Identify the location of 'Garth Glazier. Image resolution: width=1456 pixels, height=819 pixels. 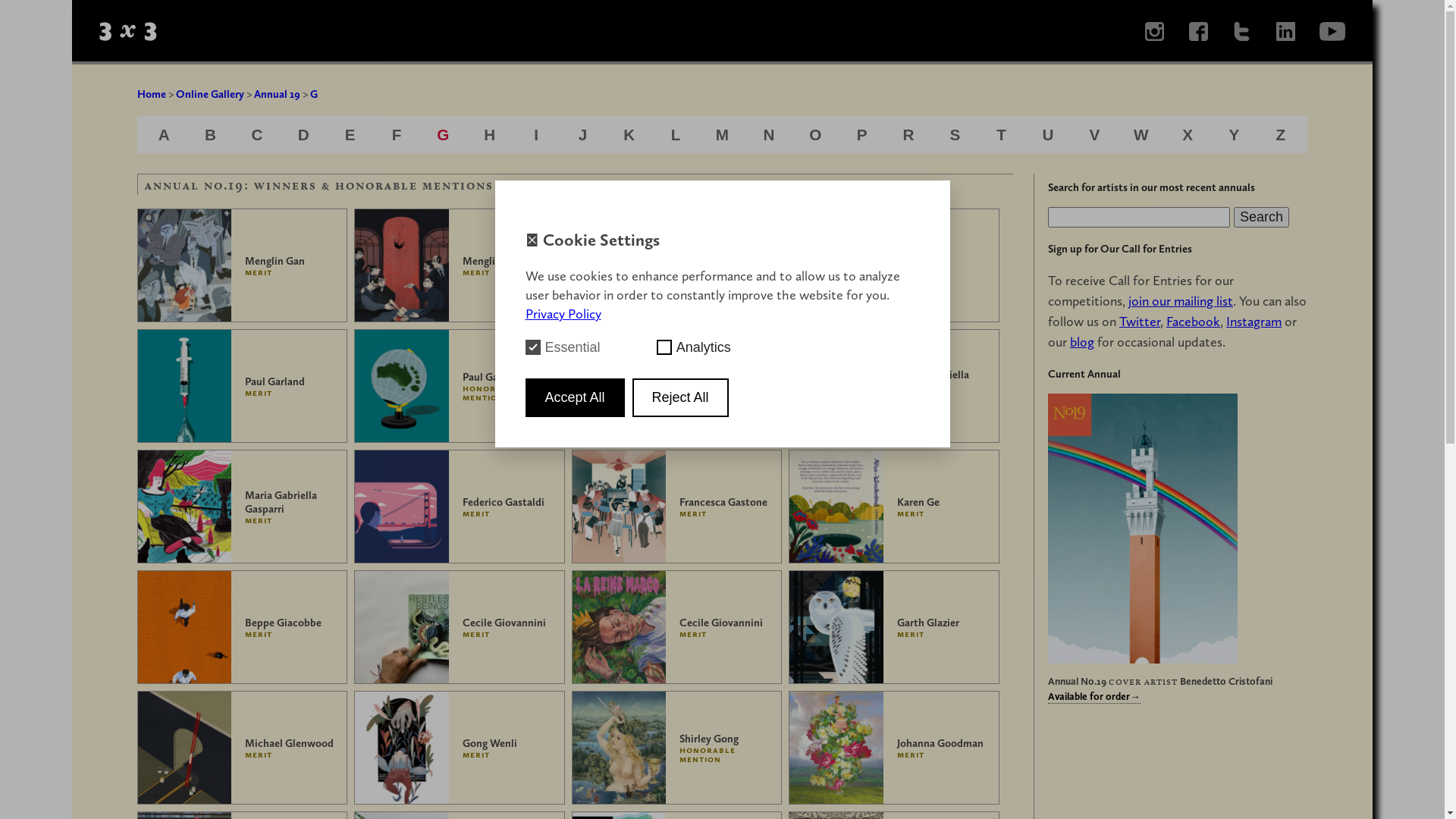
(894, 626).